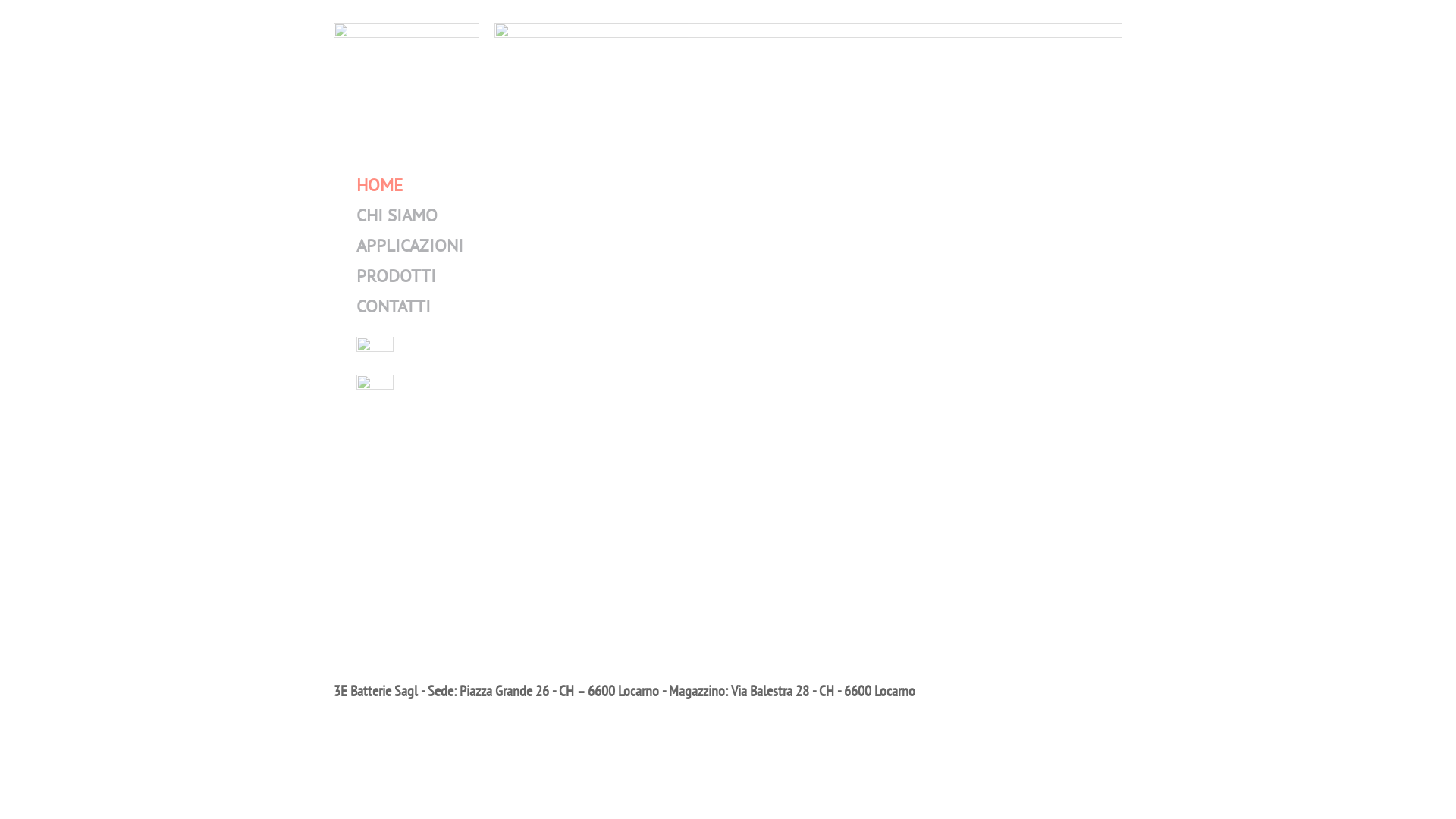 This screenshot has height=819, width=1456. Describe the element at coordinates (397, 215) in the screenshot. I see `'CHI SIAMO'` at that location.